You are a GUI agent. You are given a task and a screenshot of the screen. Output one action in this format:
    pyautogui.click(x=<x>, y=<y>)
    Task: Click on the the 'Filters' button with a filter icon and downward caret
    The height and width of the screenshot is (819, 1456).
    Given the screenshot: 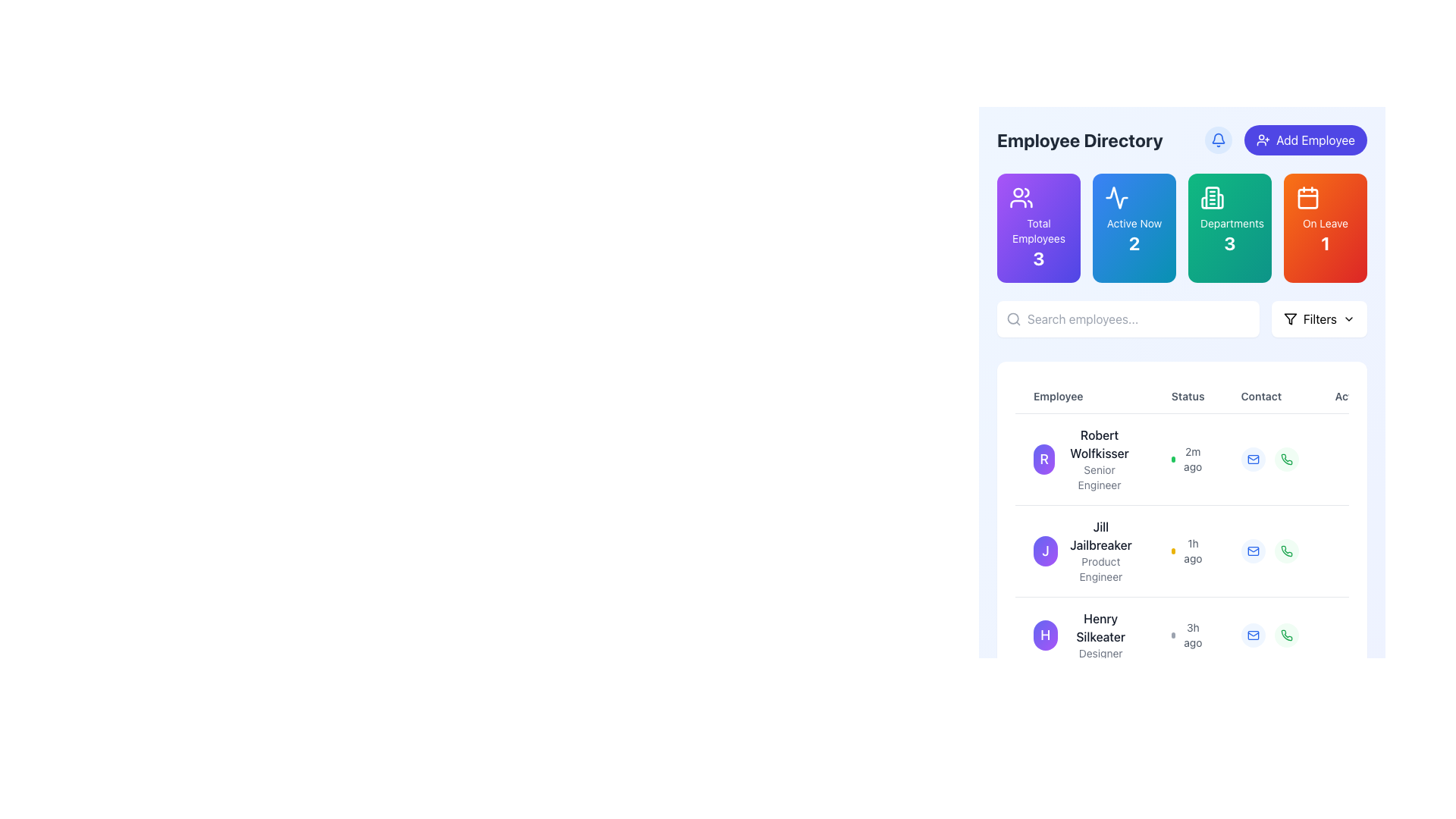 What is the action you would take?
    pyautogui.click(x=1318, y=318)
    